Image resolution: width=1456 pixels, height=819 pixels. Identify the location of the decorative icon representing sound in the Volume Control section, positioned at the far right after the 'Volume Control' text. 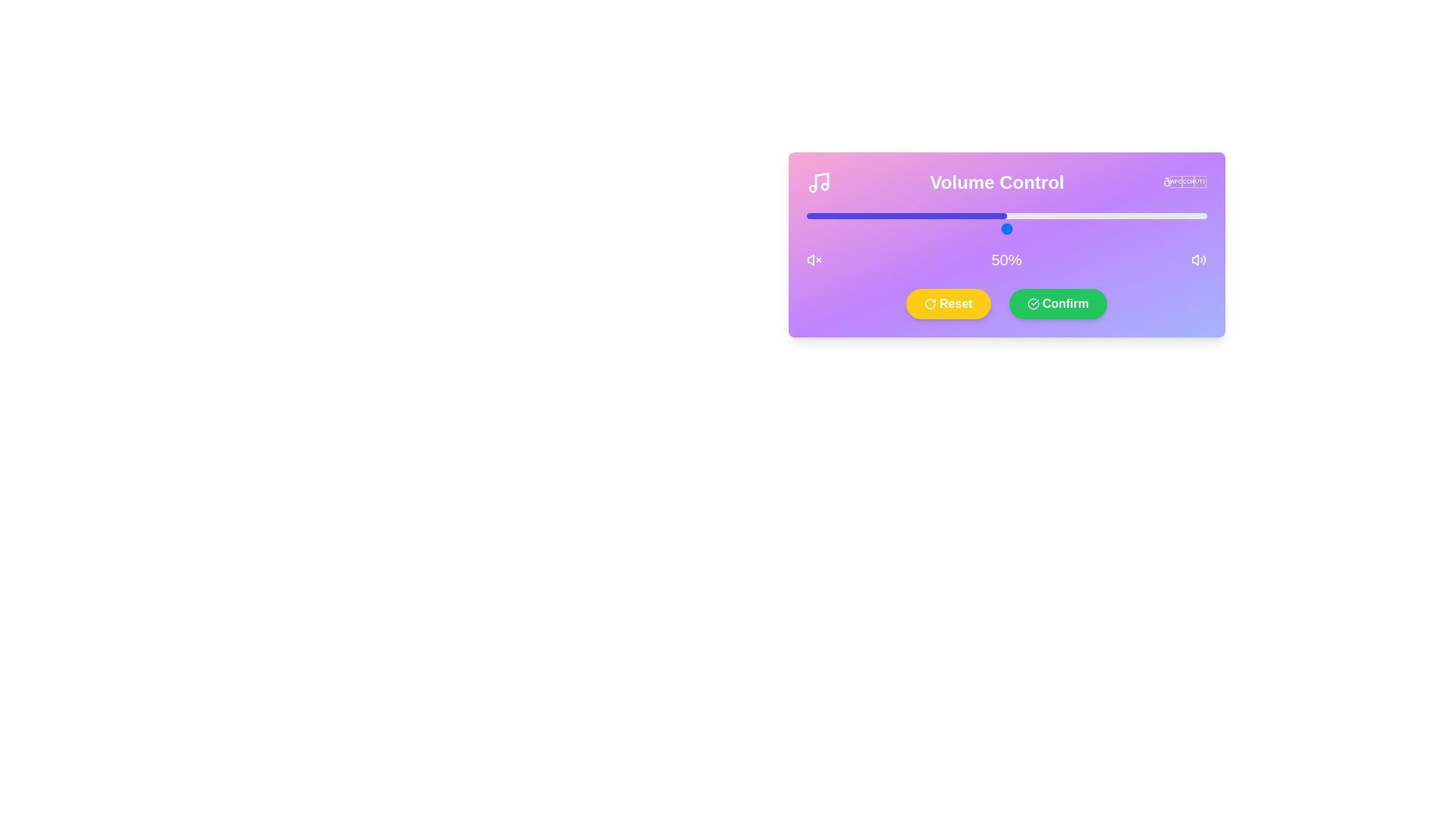
(1185, 181).